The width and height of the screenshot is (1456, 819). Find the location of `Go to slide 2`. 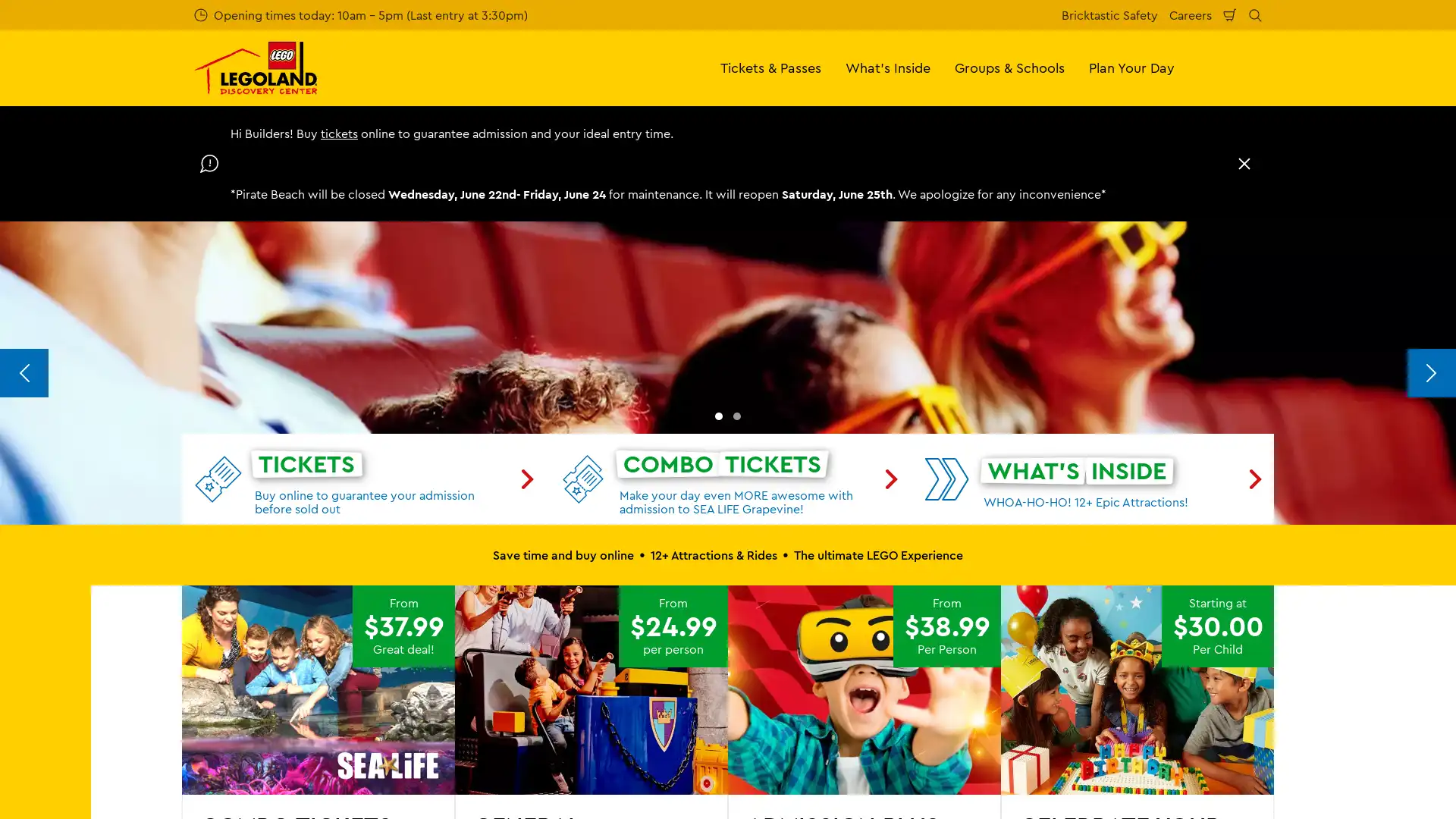

Go to slide 2 is located at coordinates (736, 702).